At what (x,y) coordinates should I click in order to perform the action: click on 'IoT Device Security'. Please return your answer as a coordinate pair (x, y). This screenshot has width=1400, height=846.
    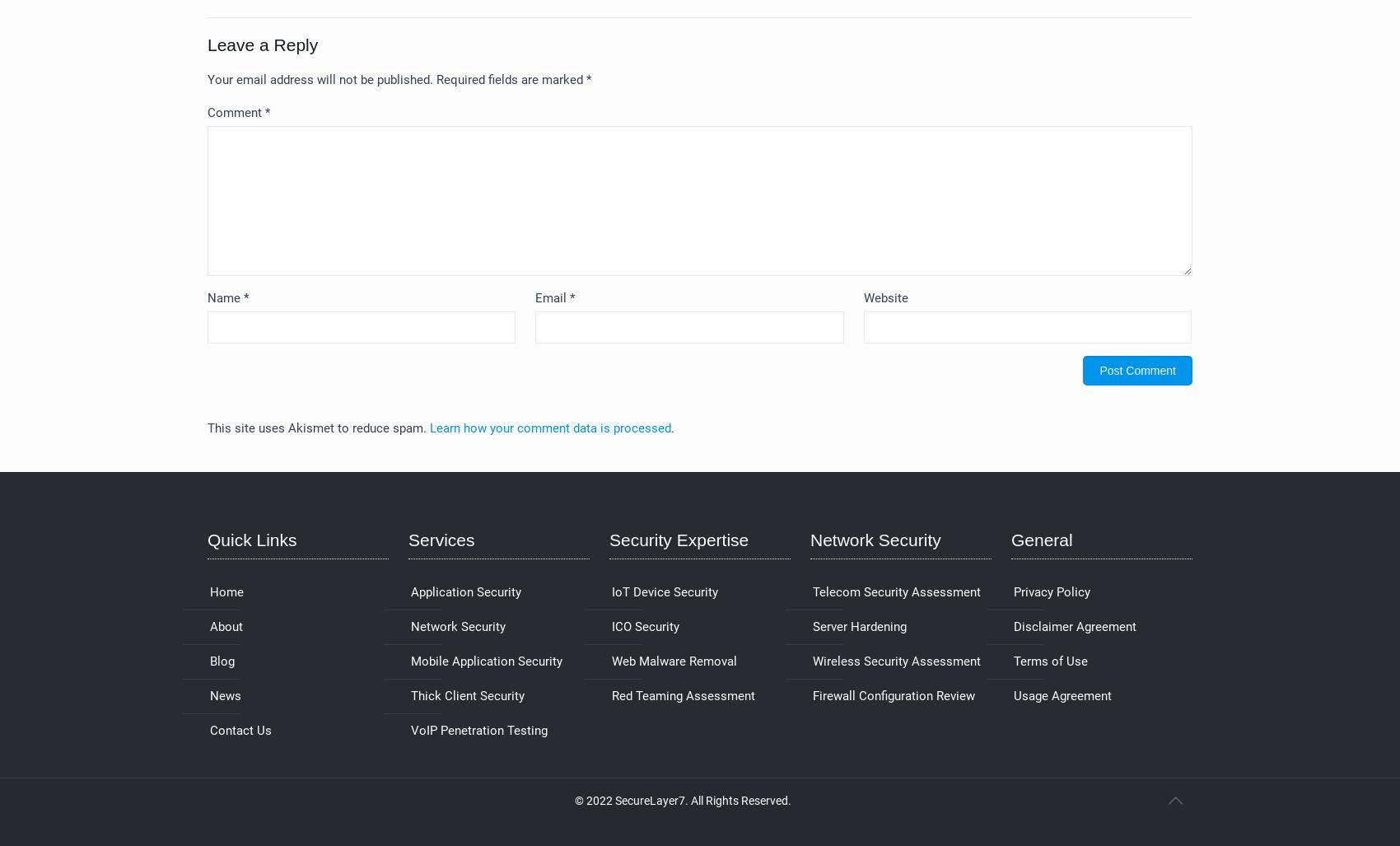
    Looking at the image, I should click on (664, 592).